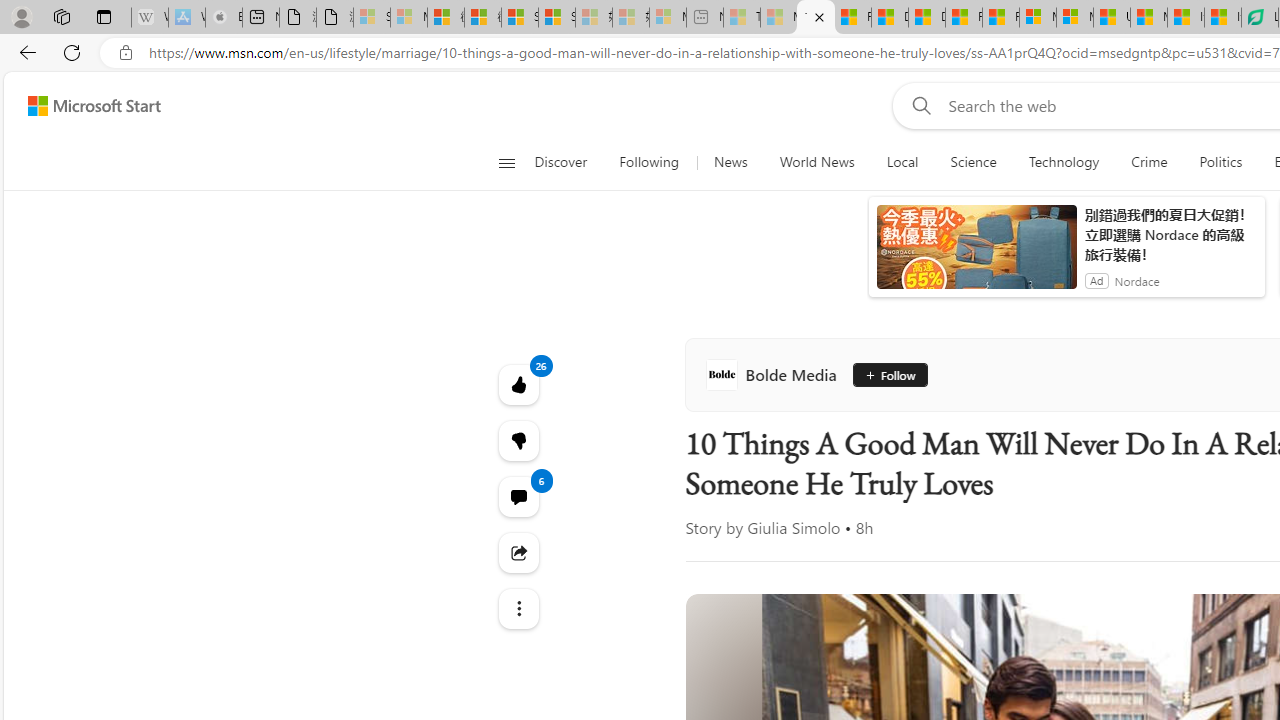 The image size is (1280, 720). Describe the element at coordinates (518, 608) in the screenshot. I see `'See more'` at that location.